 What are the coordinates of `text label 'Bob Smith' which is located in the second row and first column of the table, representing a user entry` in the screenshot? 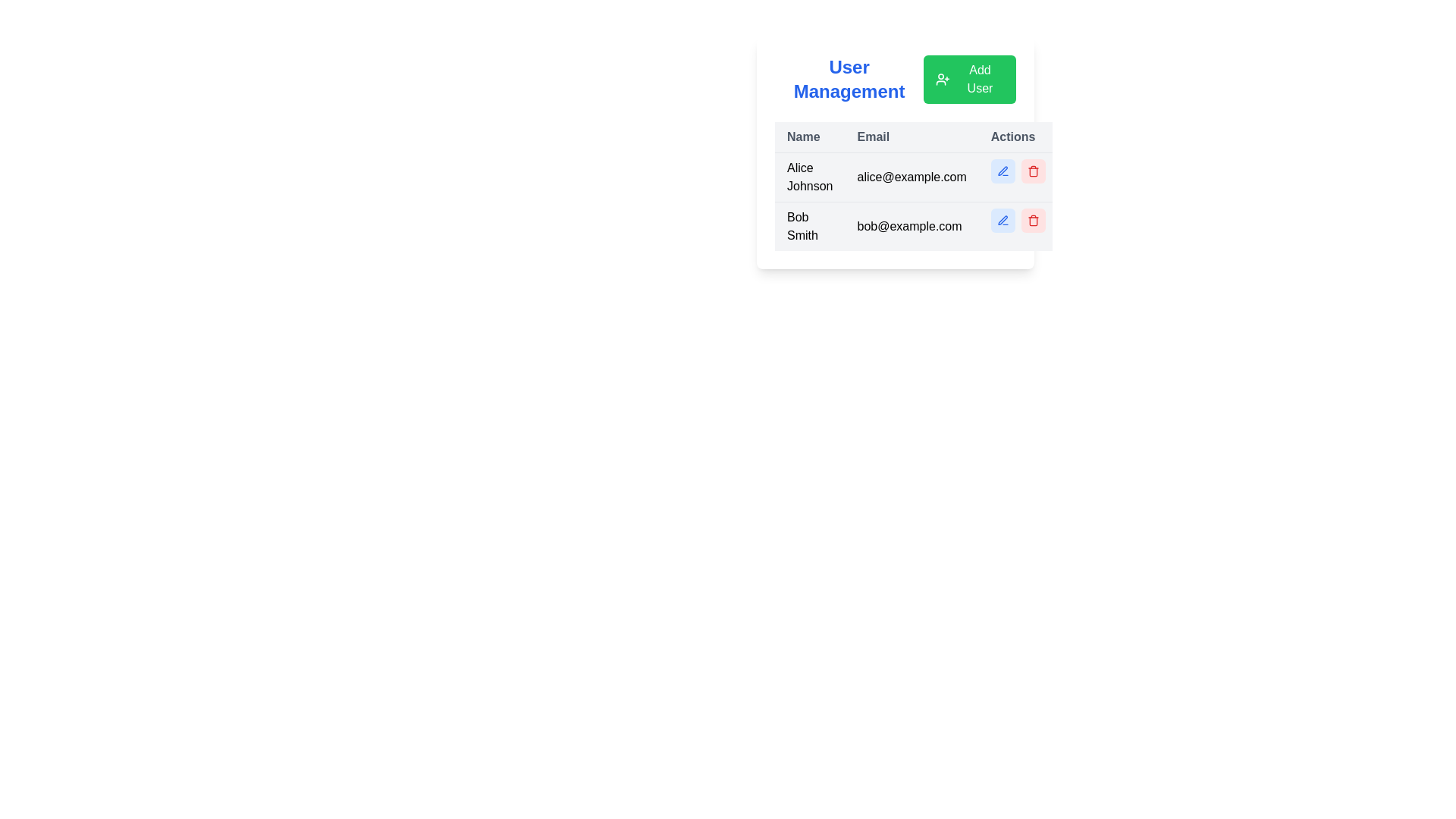 It's located at (809, 226).